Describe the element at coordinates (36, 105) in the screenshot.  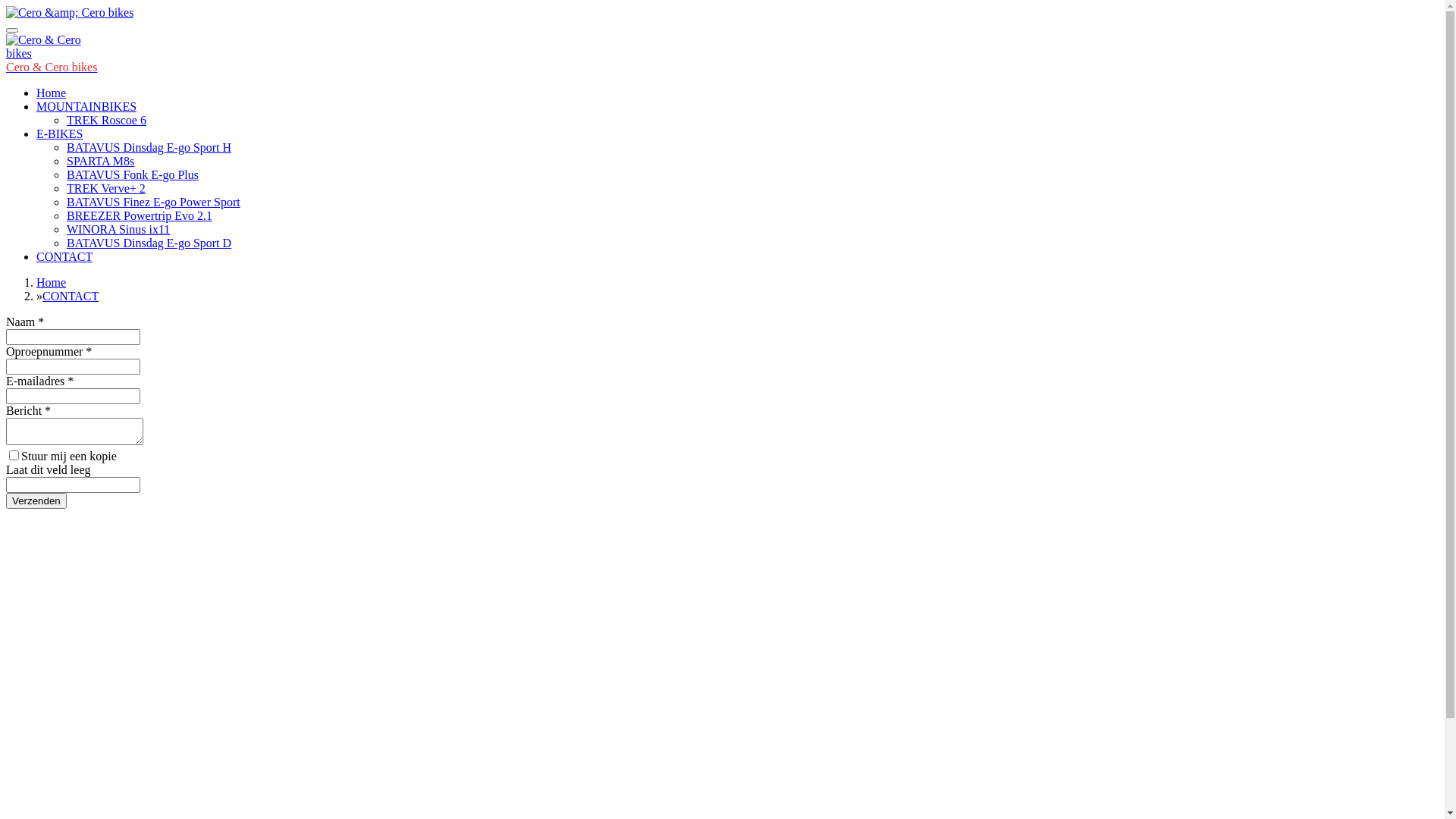
I see `'MOUNTAINBIKES'` at that location.